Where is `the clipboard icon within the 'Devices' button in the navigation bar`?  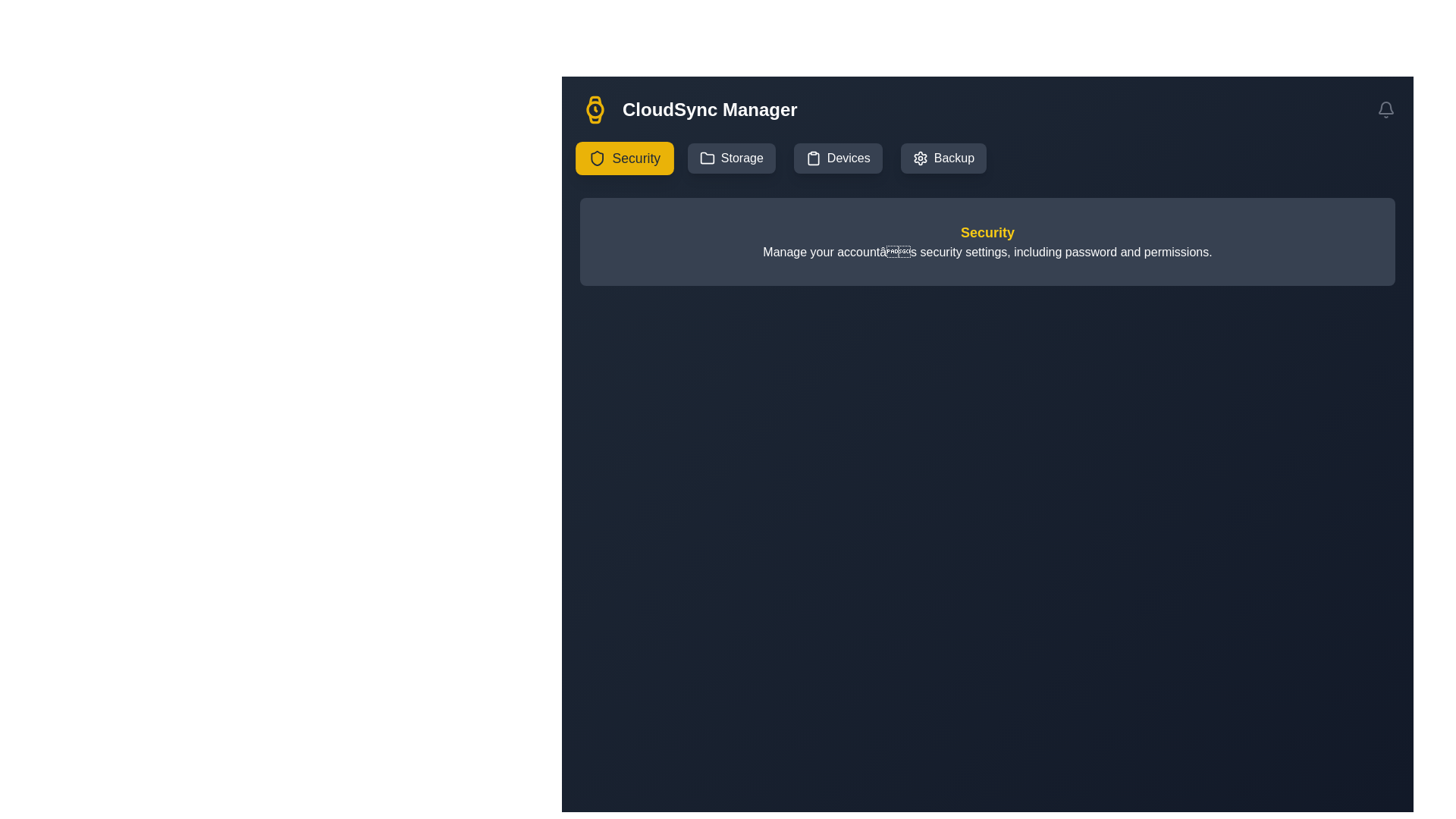 the clipboard icon within the 'Devices' button in the navigation bar is located at coordinates (812, 158).